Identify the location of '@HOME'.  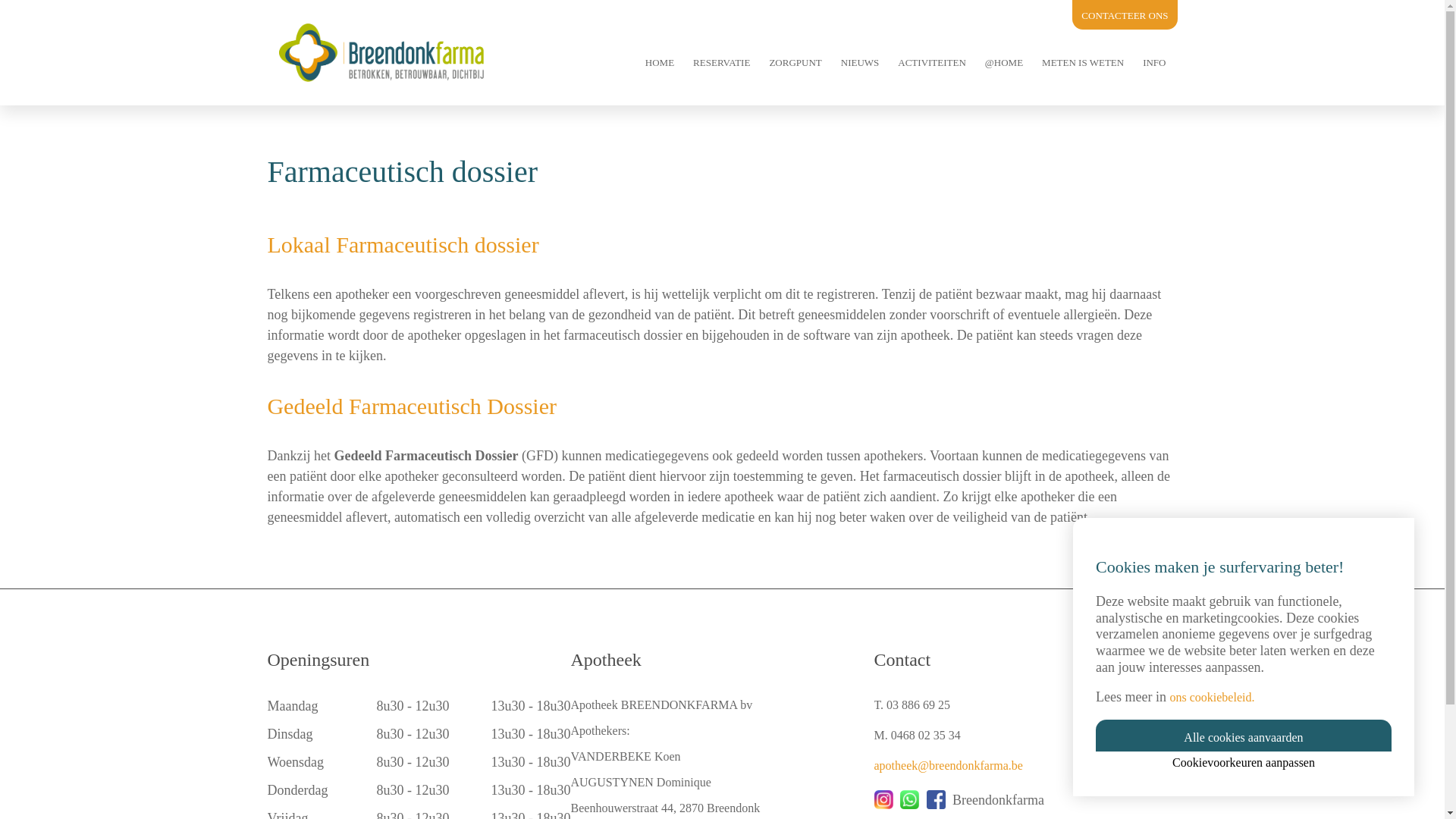
(1004, 61).